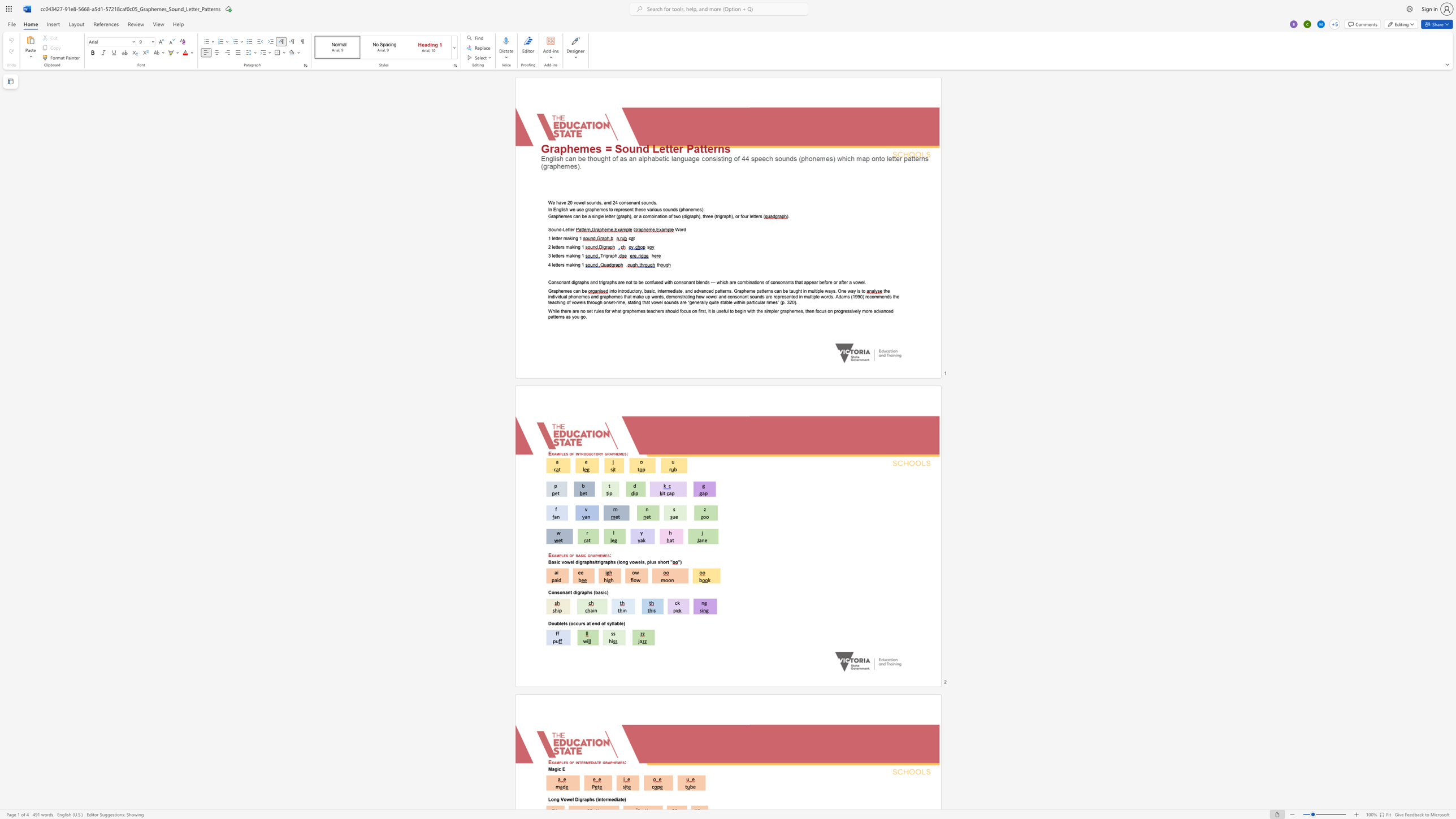 This screenshot has width=1456, height=819. Describe the element at coordinates (557, 255) in the screenshot. I see `the 2th character "t" in the text` at that location.